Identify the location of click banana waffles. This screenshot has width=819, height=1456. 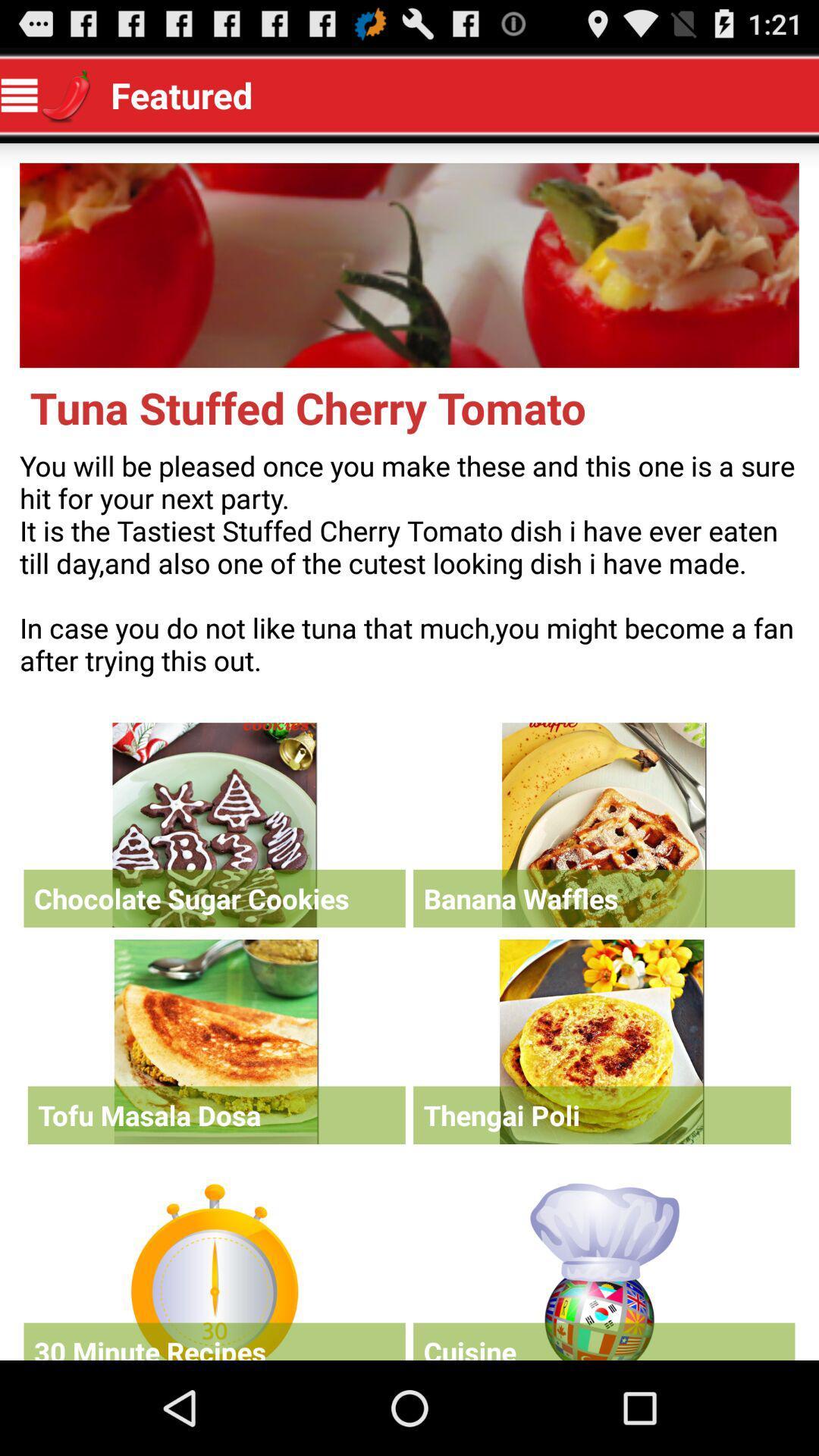
(603, 824).